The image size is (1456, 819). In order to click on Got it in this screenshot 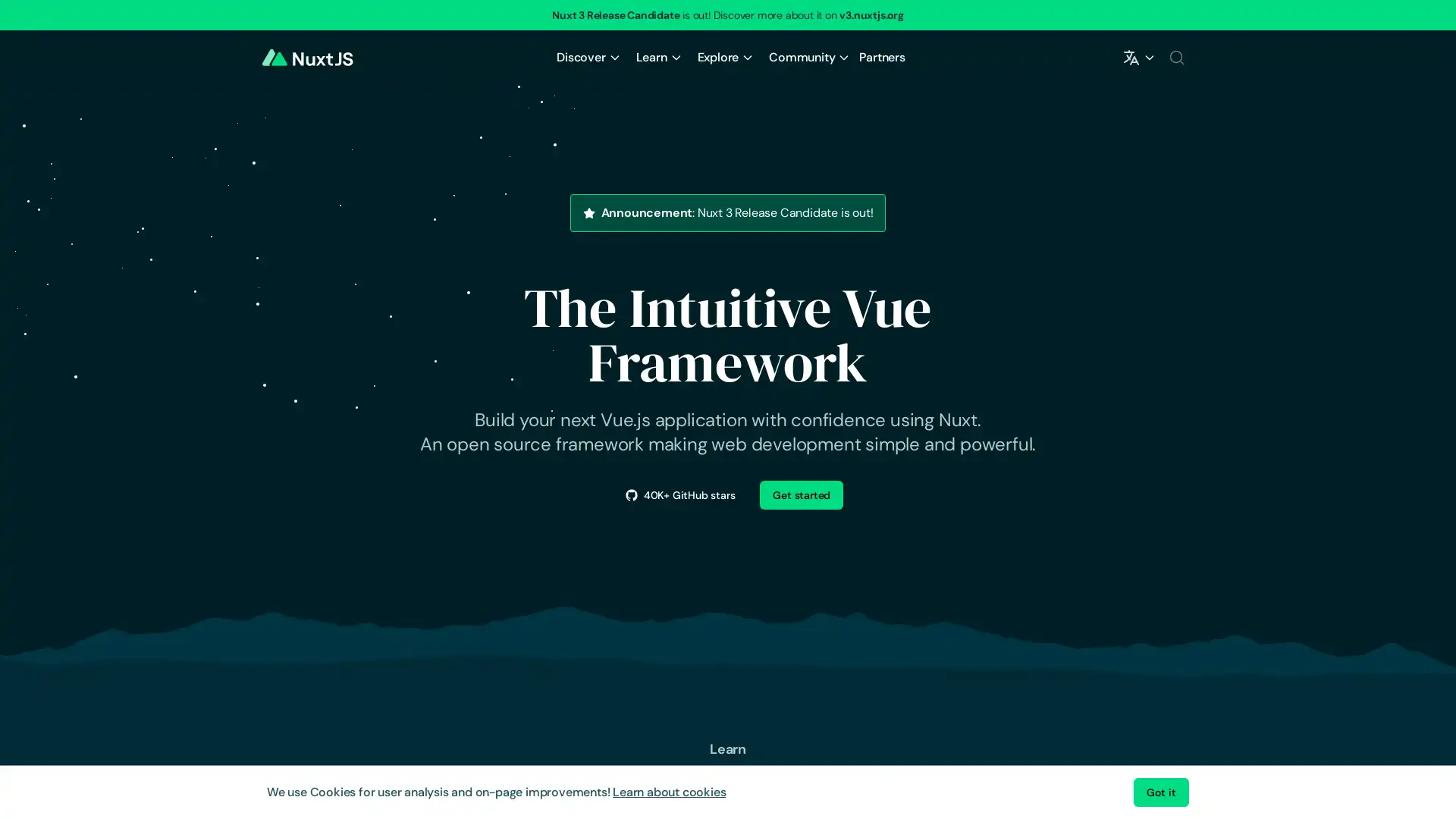, I will do `click(1160, 792)`.